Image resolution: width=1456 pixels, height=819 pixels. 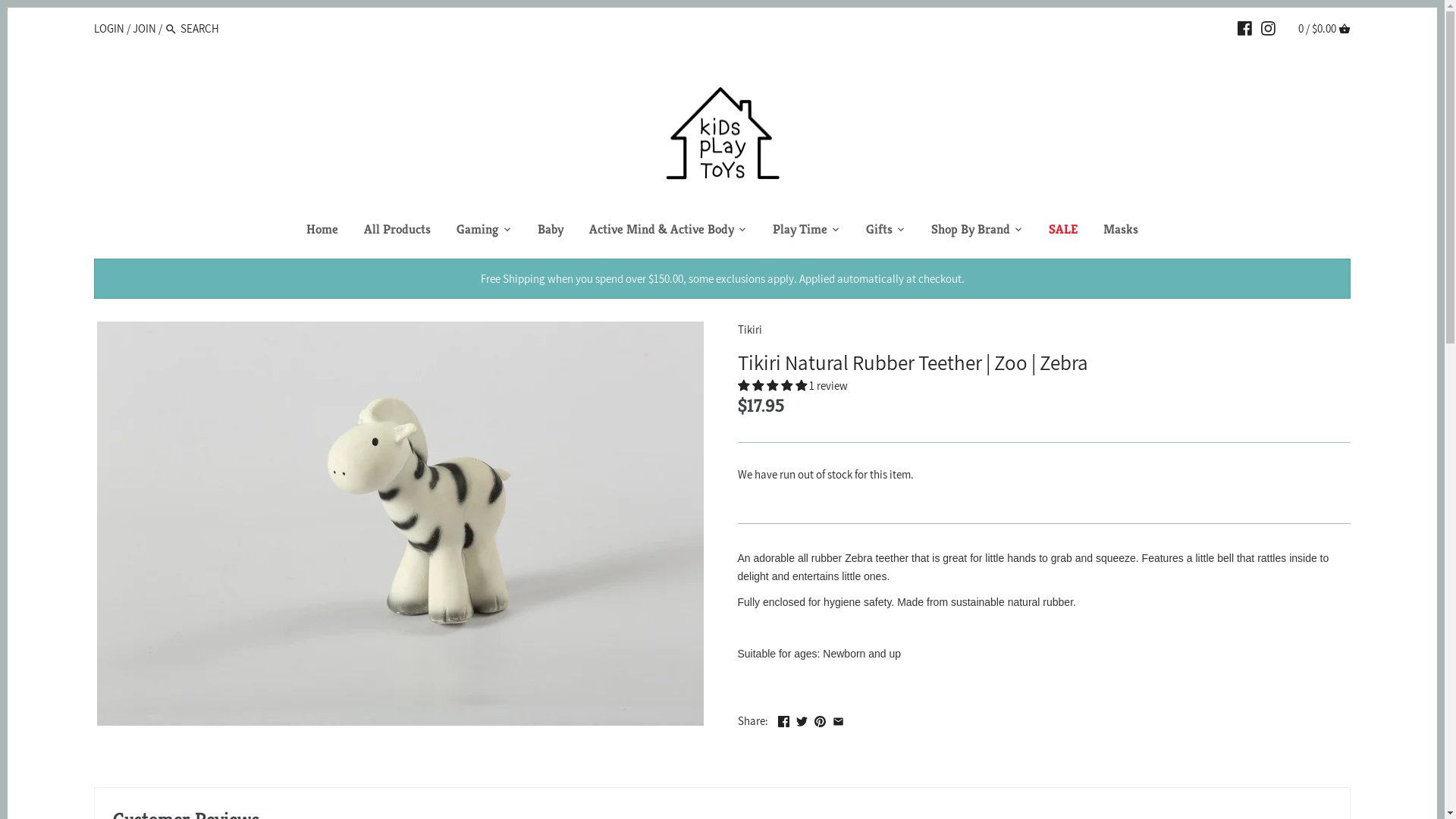 What do you see at coordinates (524, 231) in the screenshot?
I see `'Baby'` at bounding box center [524, 231].